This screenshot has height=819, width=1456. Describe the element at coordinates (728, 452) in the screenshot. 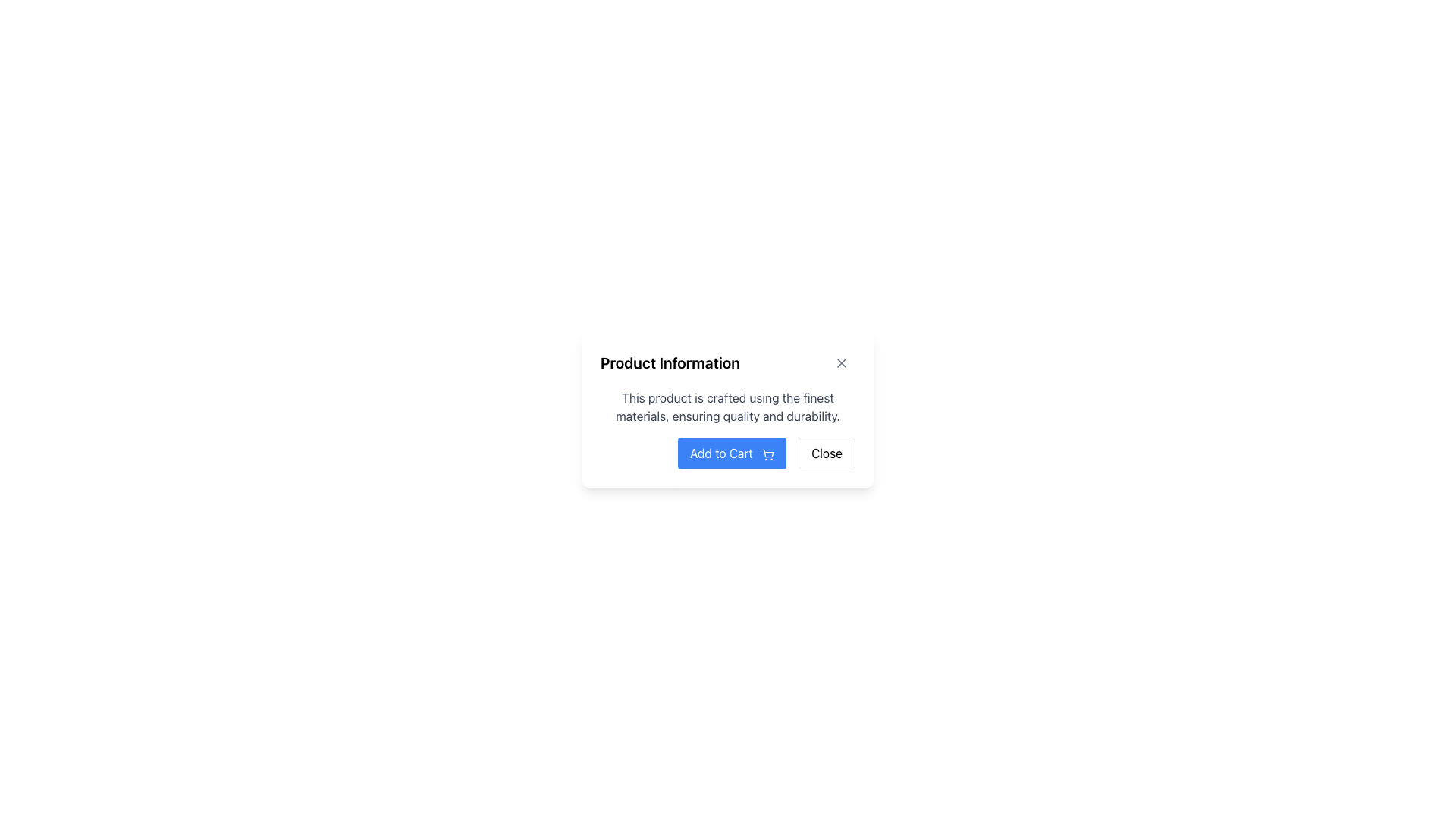

I see `the 'Add to Cart' button located at the bottom-right corner of the product information card` at that location.